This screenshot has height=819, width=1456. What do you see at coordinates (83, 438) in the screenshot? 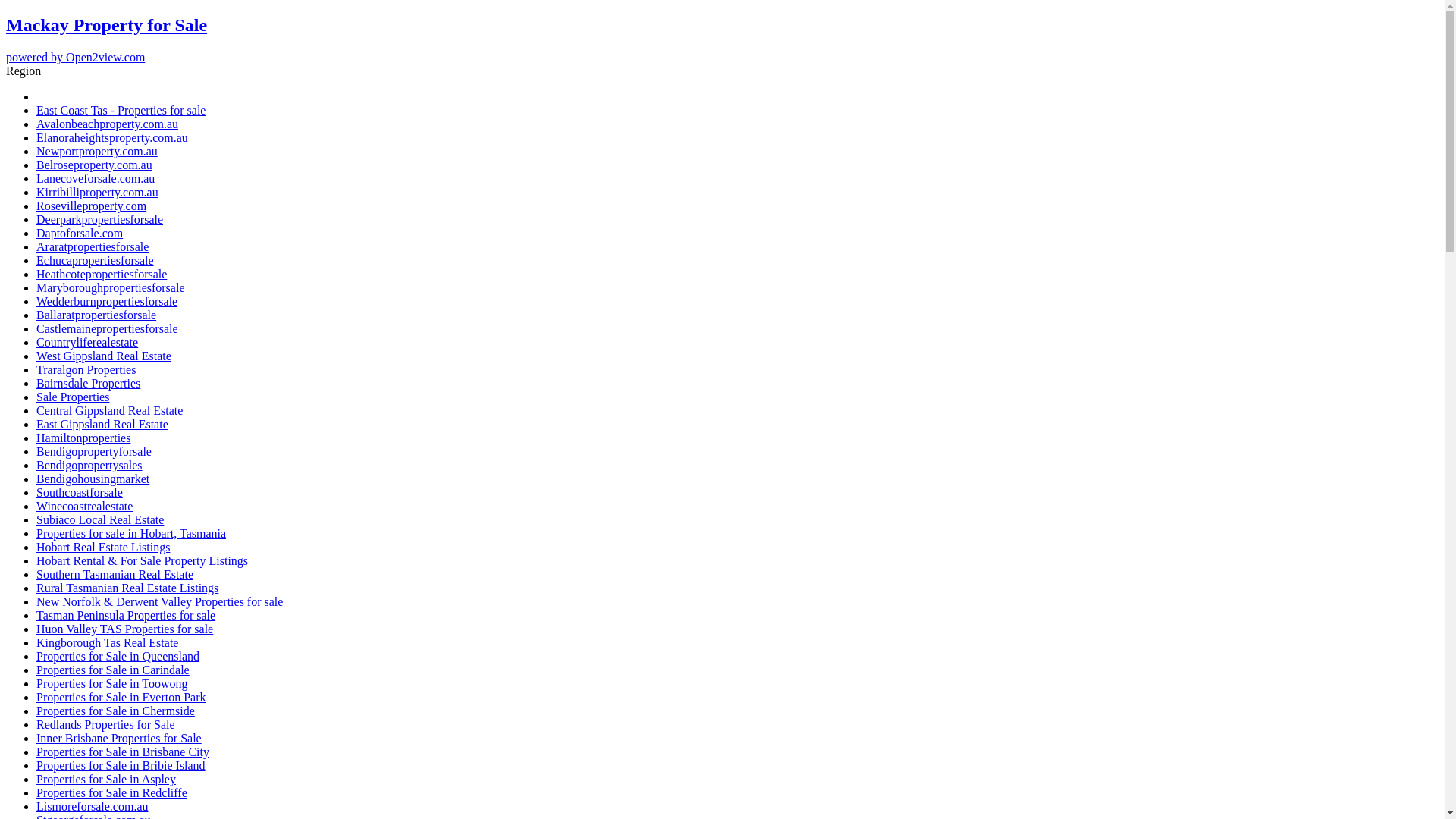
I see `'Hamiltonproperties'` at bounding box center [83, 438].